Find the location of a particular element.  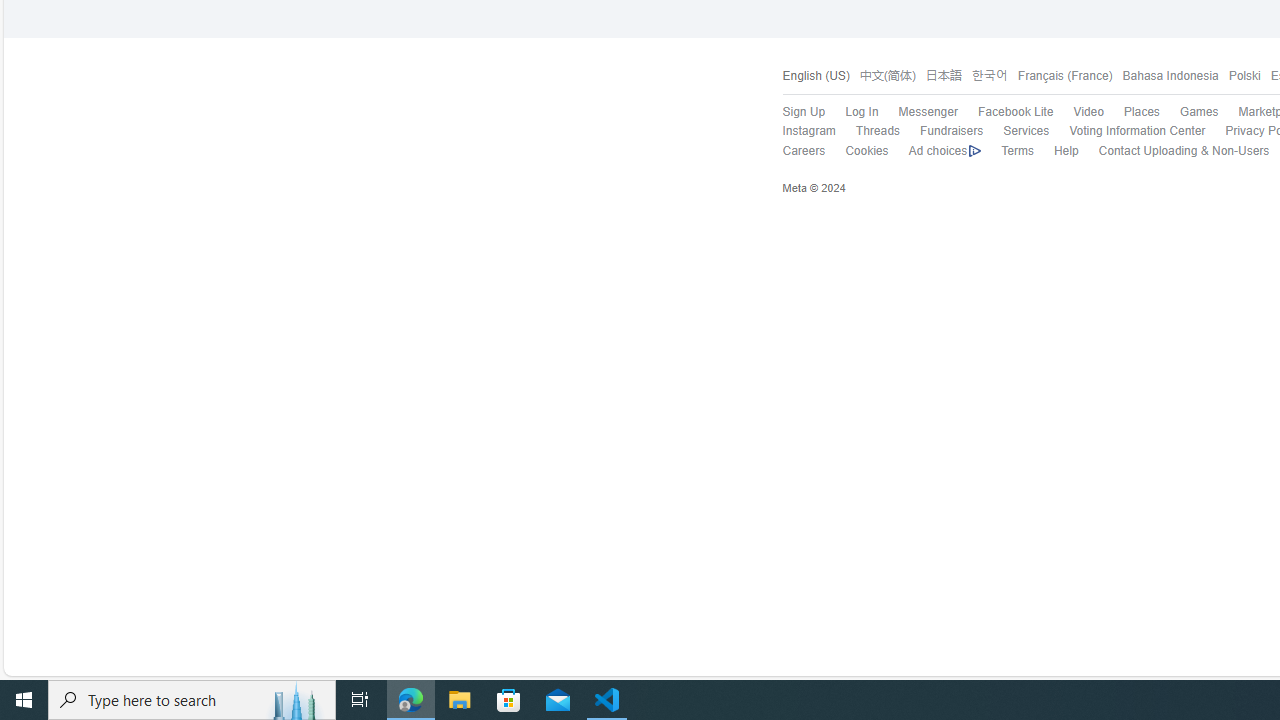

'Places' is located at coordinates (1141, 112).